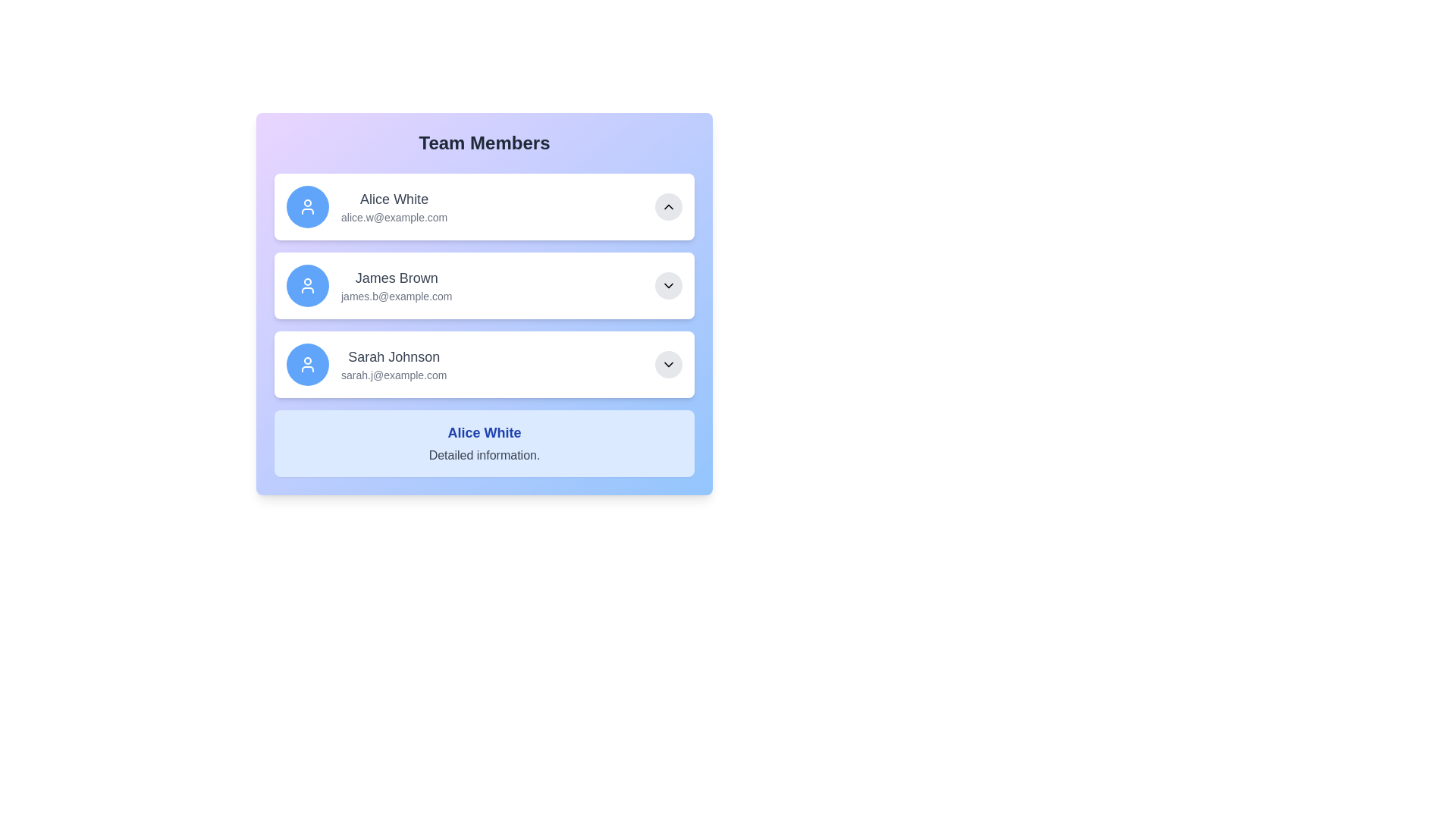 The height and width of the screenshot is (819, 1456). I want to click on the upward-pointing chevron icon button located in the 'Team Members' panel next to 'Alice White', so click(668, 207).